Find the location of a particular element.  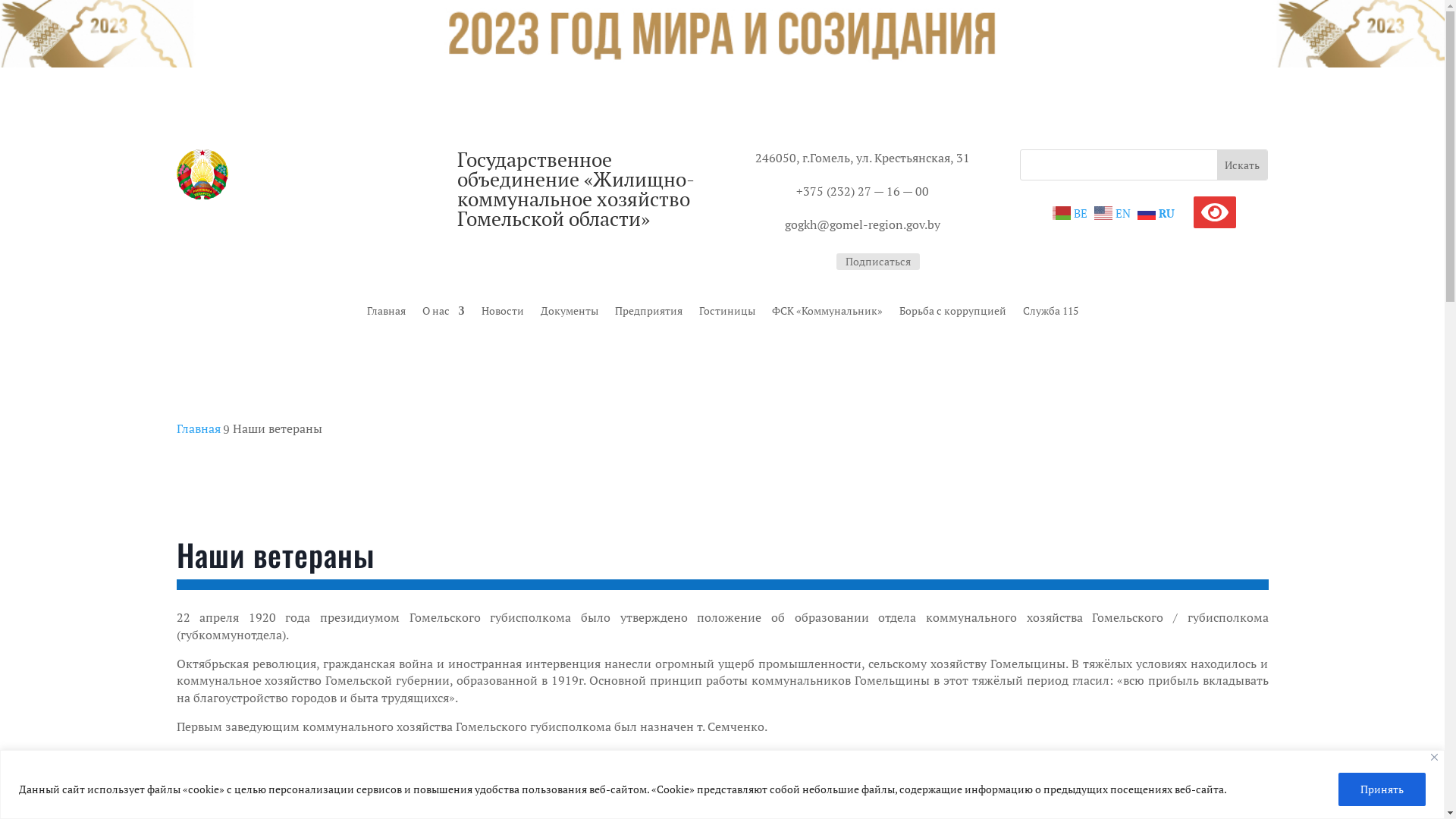

'BE' is located at coordinates (1071, 211).